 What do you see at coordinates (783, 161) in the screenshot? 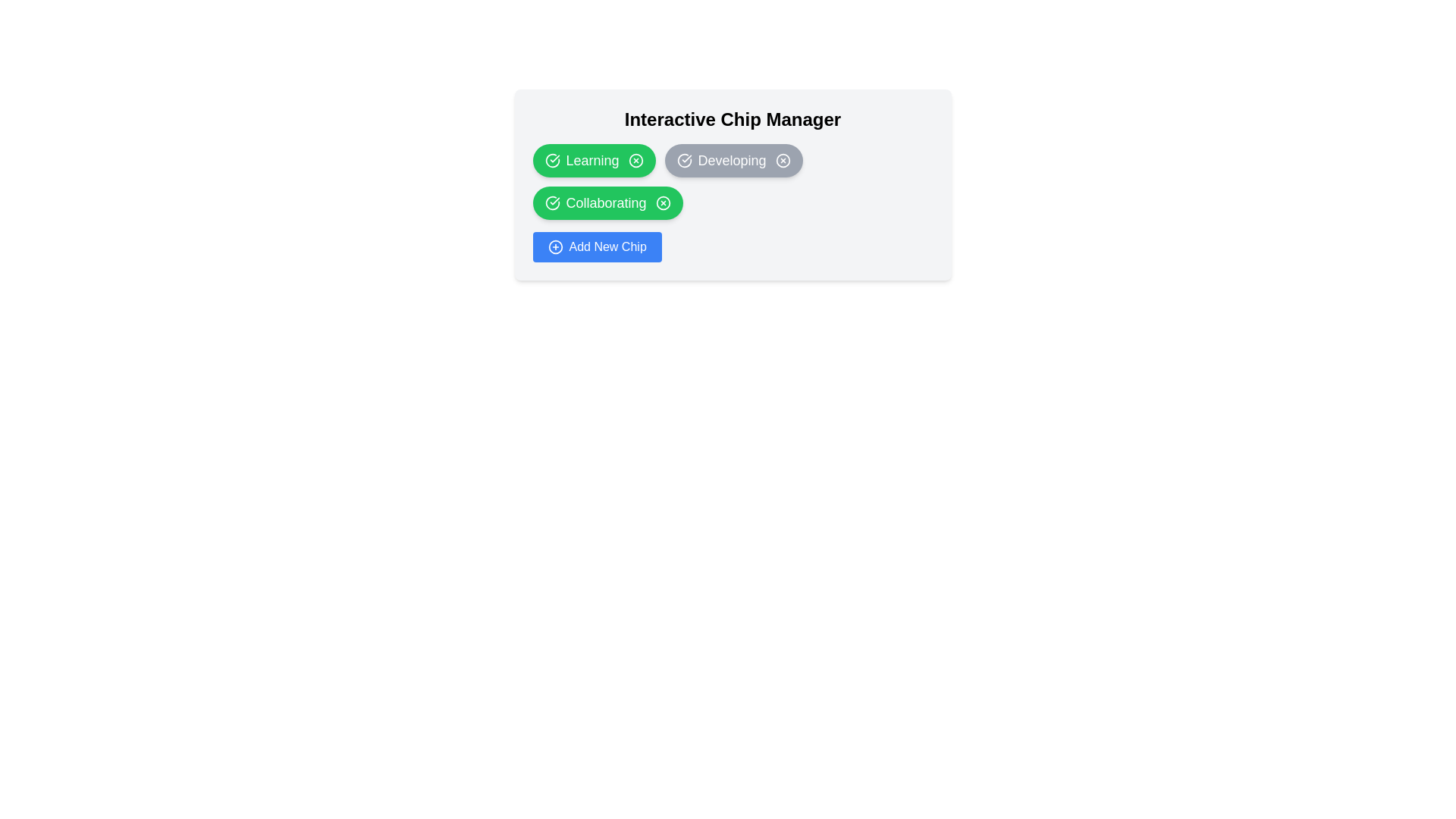
I see `the circular button-like UI component integrated into the chip labeled 'Developing'` at bounding box center [783, 161].